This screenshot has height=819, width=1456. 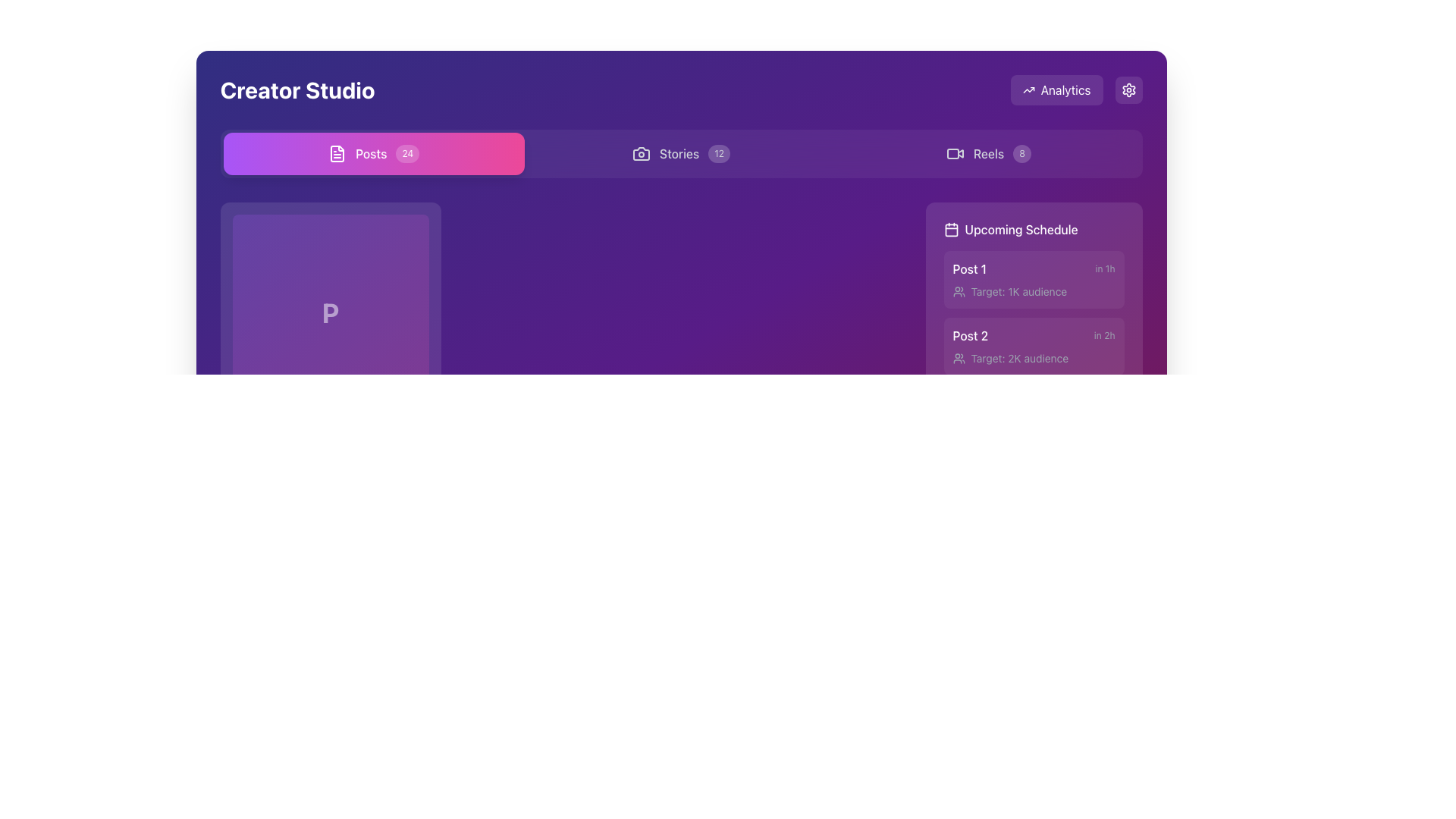 What do you see at coordinates (969, 335) in the screenshot?
I see `the static text label displaying the title of the scheduled post in the Upcoming Schedule section` at bounding box center [969, 335].